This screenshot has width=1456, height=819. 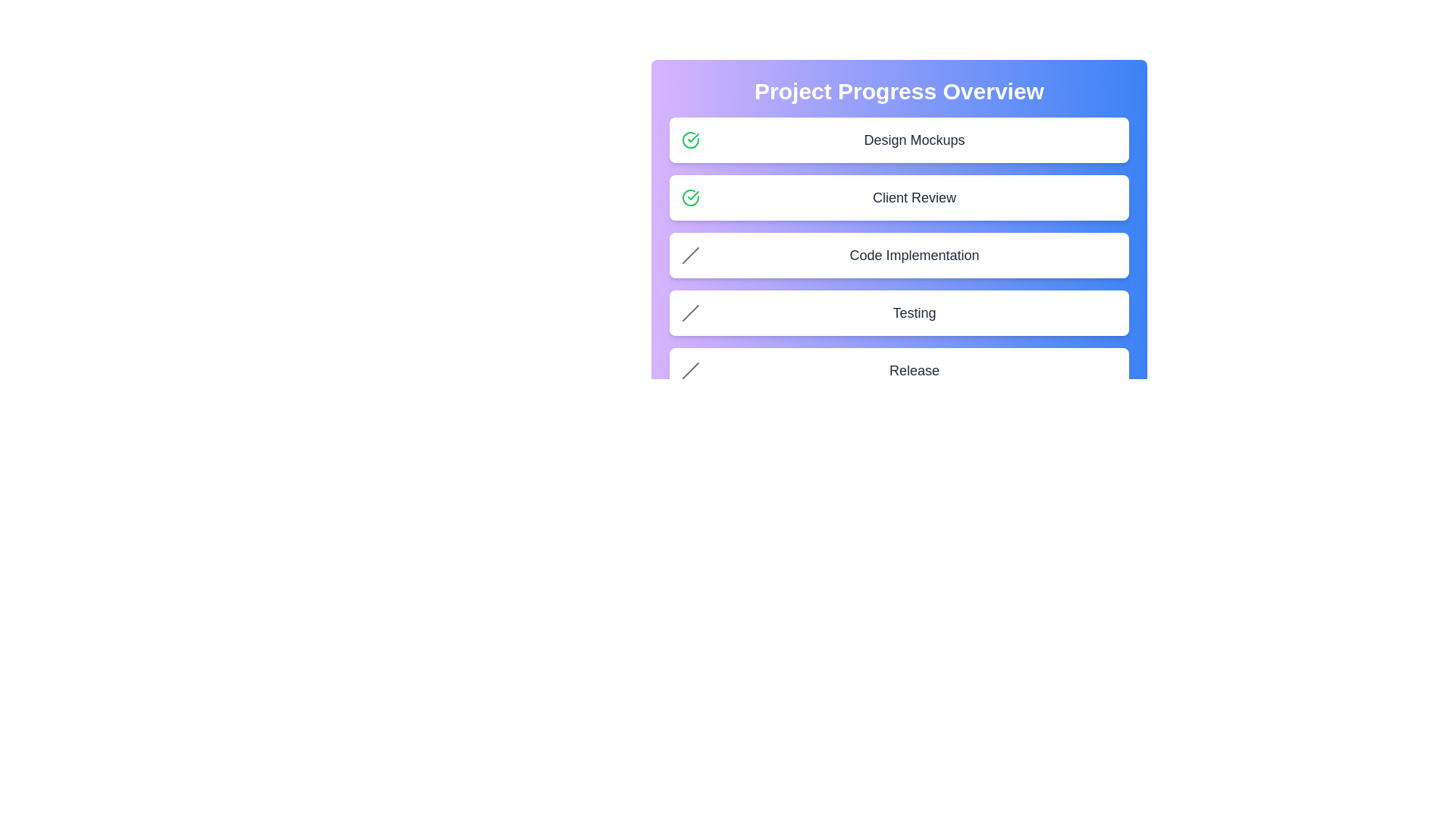 What do you see at coordinates (899, 91) in the screenshot?
I see `the Header text element which serves as a descriptive title above the 'Design Mockups' section` at bounding box center [899, 91].